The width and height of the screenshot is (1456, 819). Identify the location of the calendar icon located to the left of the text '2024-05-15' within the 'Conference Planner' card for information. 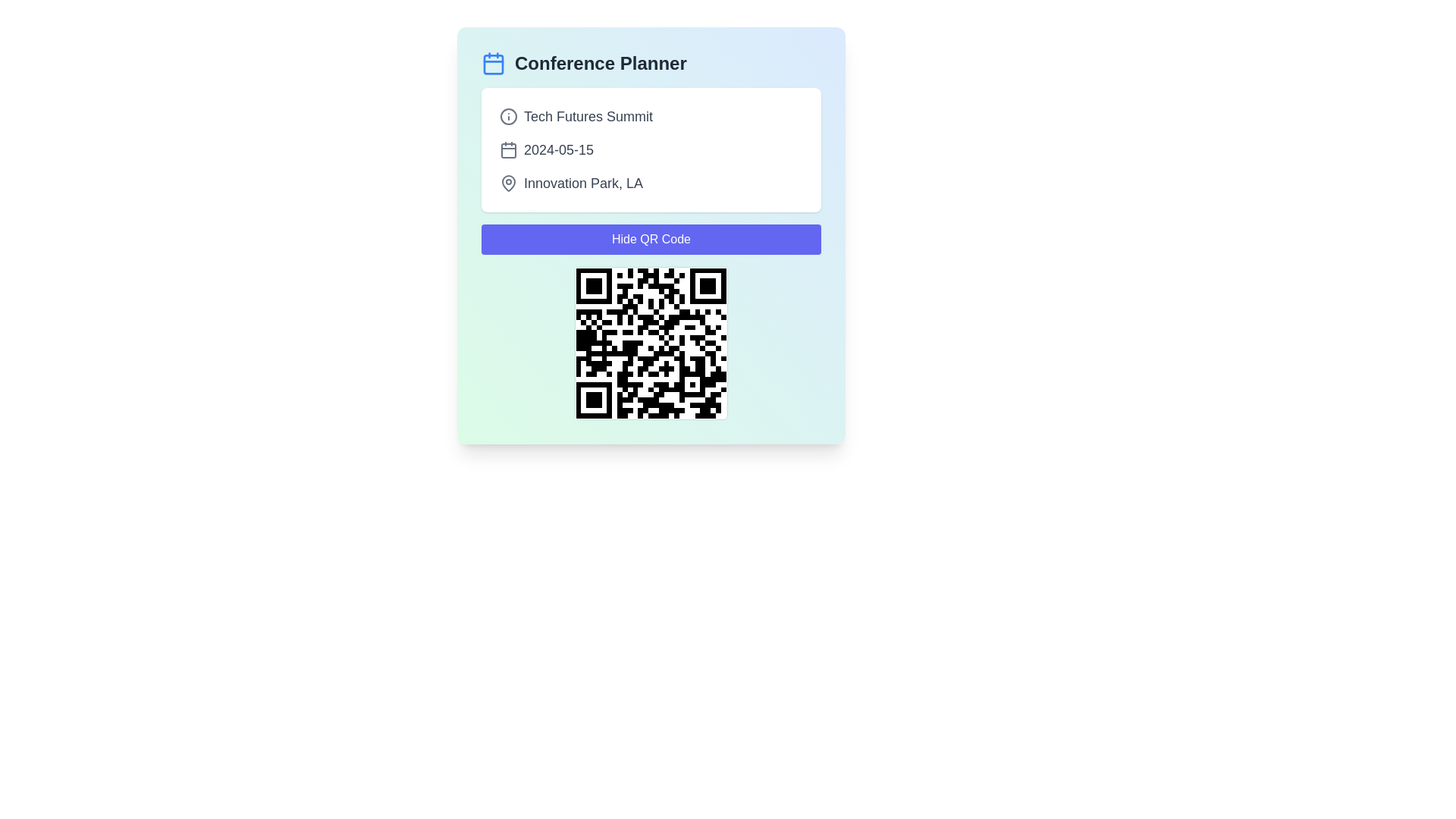
(509, 151).